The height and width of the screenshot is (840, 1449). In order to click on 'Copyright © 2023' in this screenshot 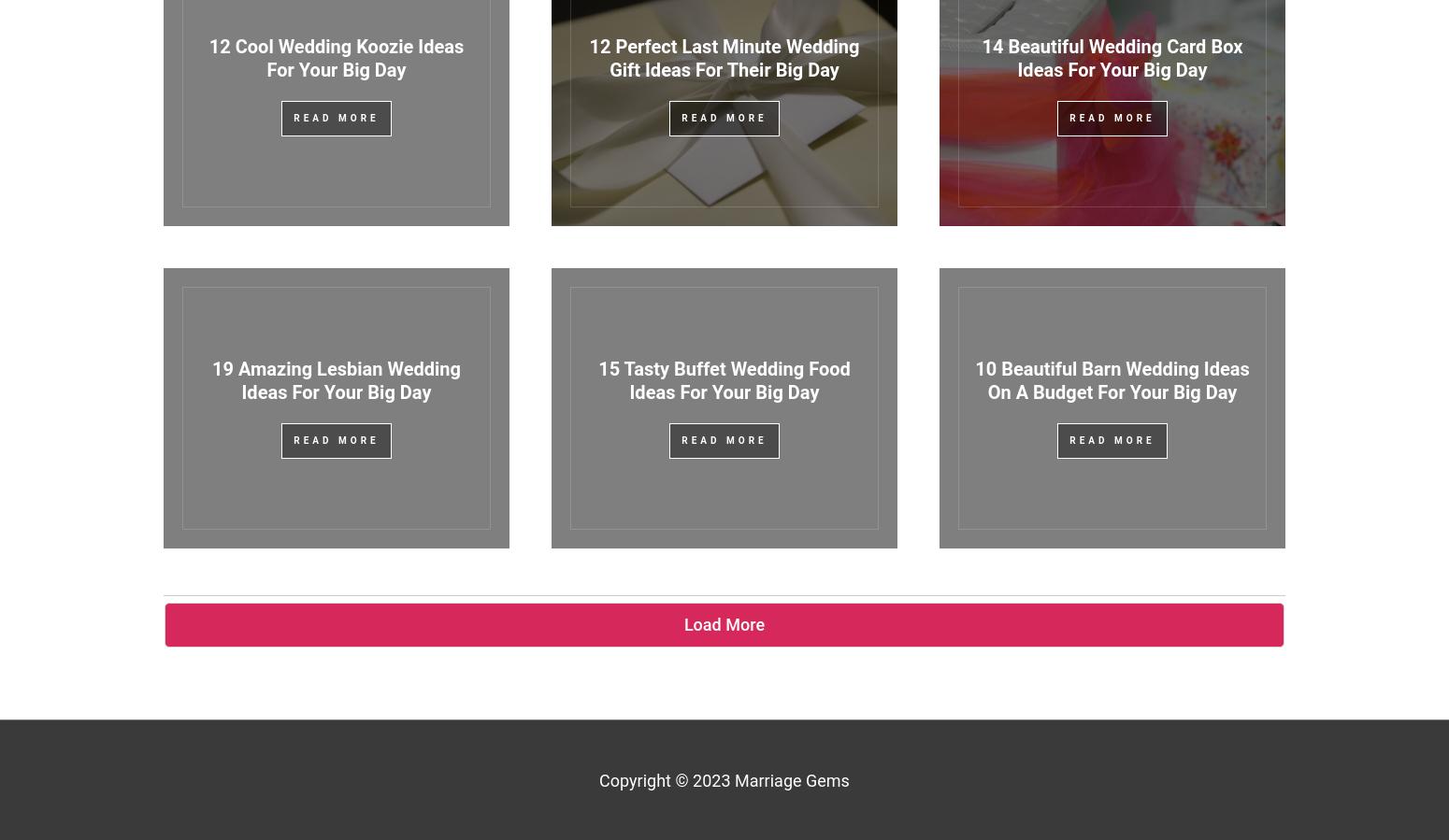, I will do `click(667, 779)`.